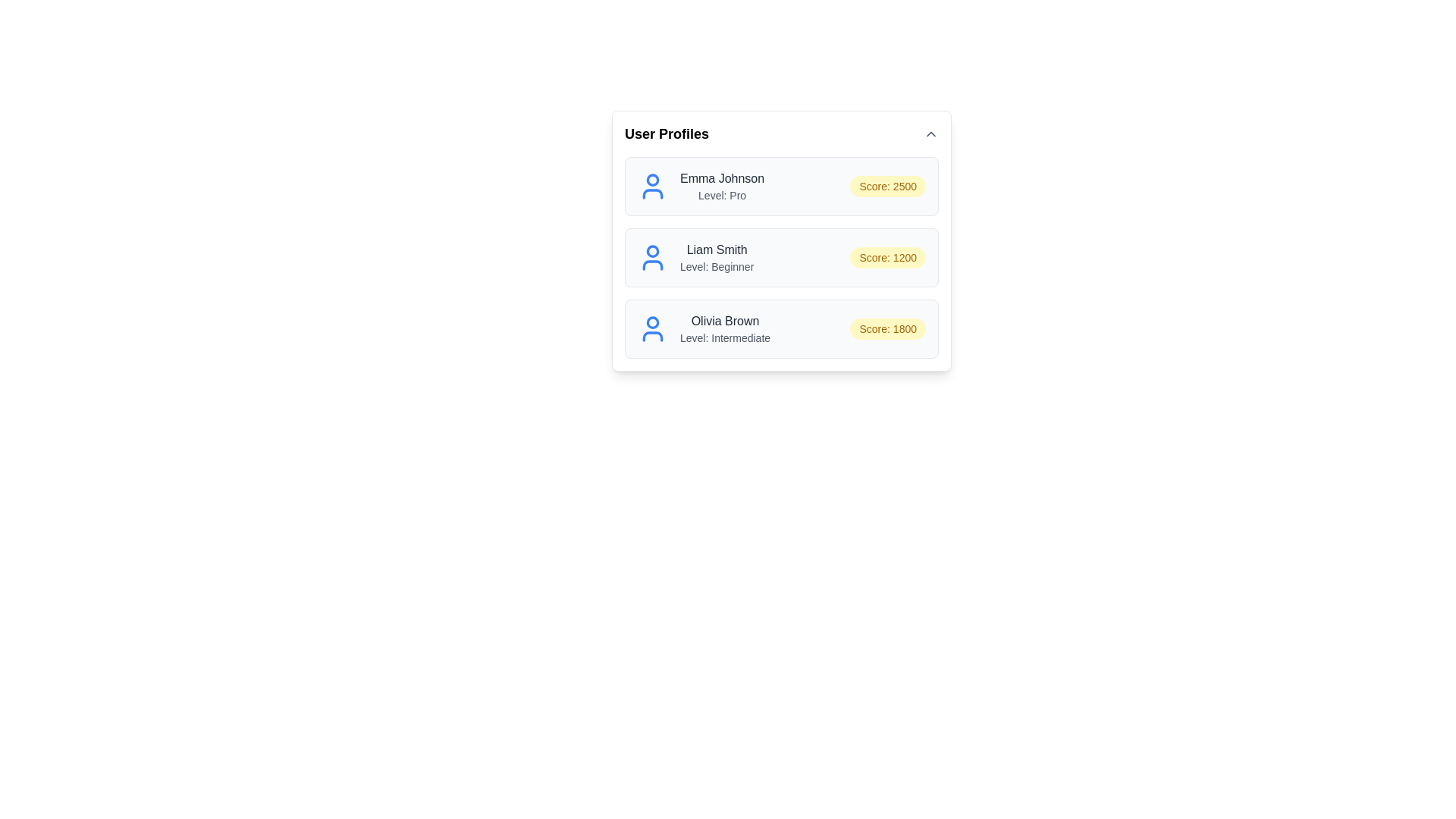 The image size is (1456, 819). What do you see at coordinates (652, 250) in the screenshot?
I see `the SVG Circle representing the profile picture of the user named 'Liam Smith' in the second row of the user profile list` at bounding box center [652, 250].